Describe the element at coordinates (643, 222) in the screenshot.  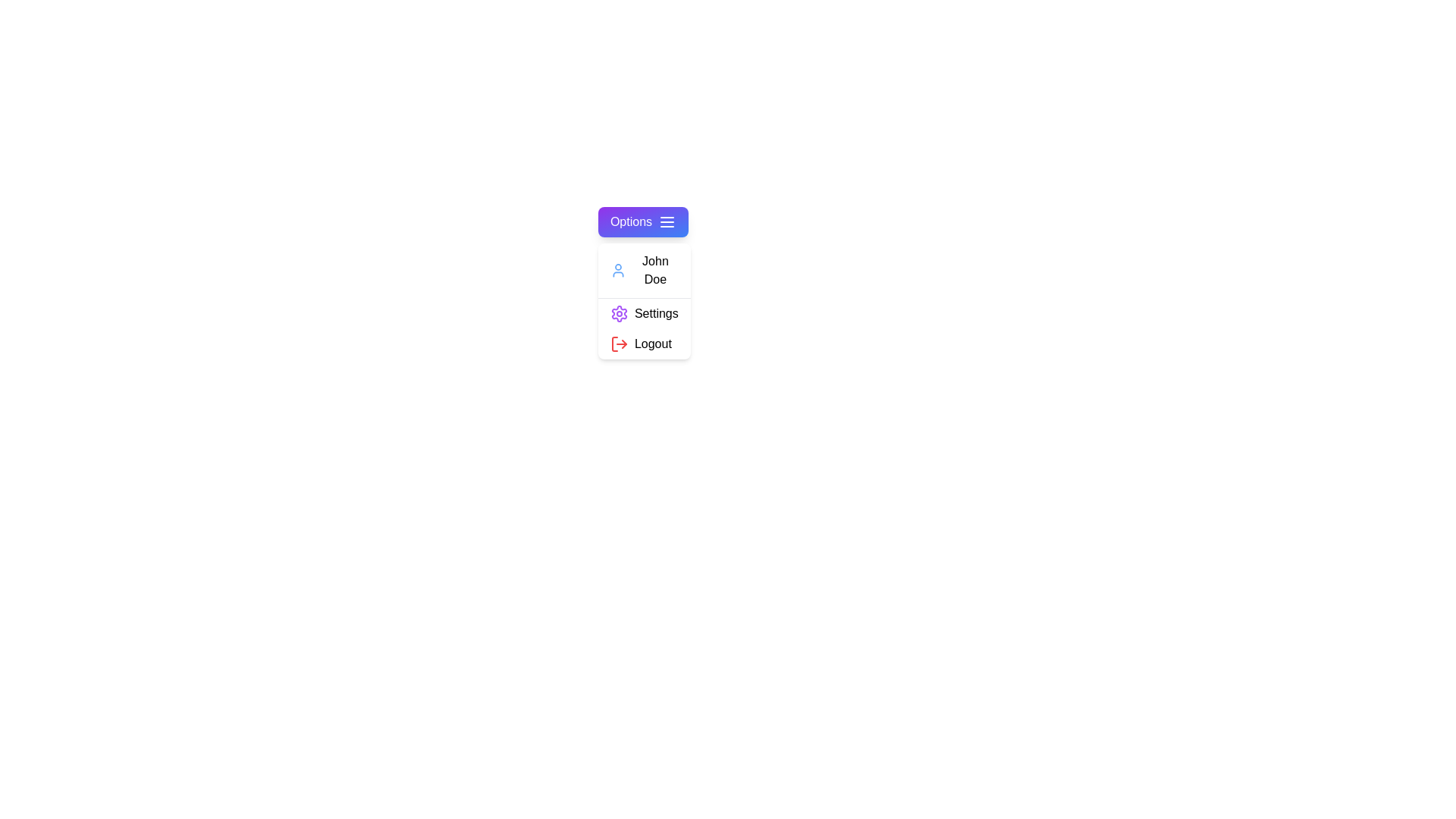
I see `the 'Options' button to toggle the menu visibility` at that location.